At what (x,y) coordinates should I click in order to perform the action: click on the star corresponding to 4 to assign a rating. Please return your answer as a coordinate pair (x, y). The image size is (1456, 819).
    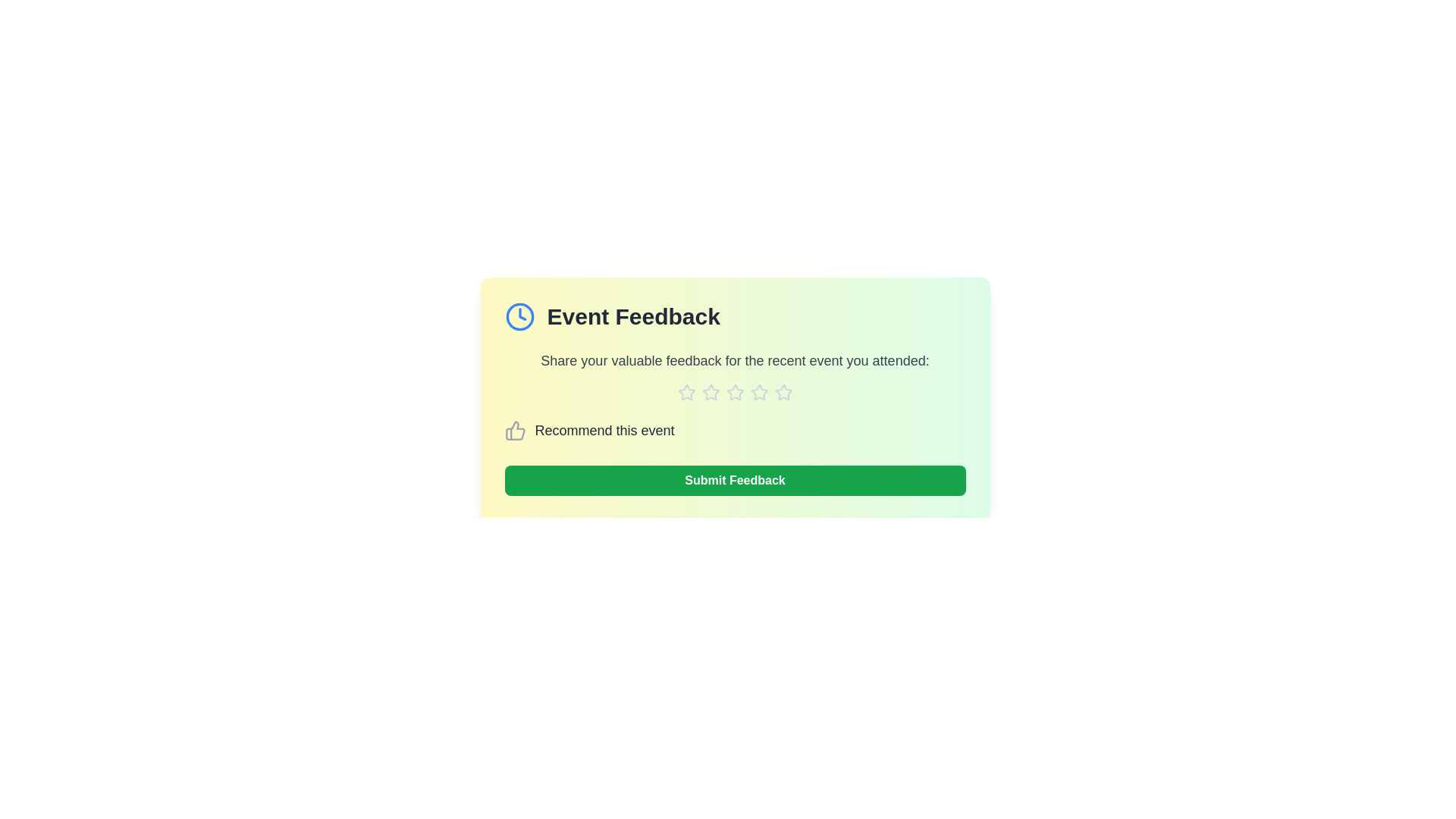
    Looking at the image, I should click on (759, 391).